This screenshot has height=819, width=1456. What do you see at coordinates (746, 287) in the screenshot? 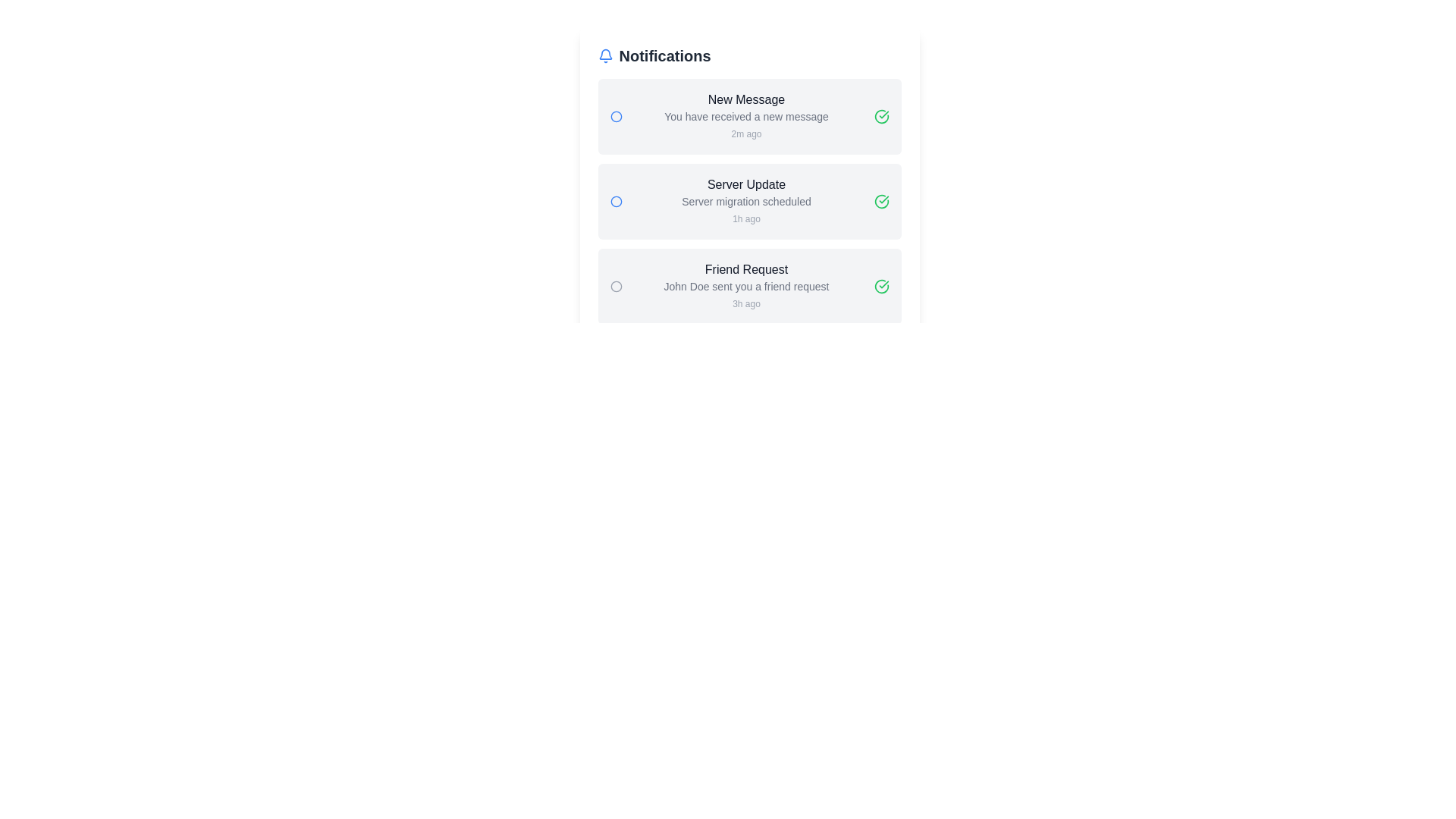
I see `notification card titled 'Friend Request' from John Doe, which is located in the notifications panel` at bounding box center [746, 287].